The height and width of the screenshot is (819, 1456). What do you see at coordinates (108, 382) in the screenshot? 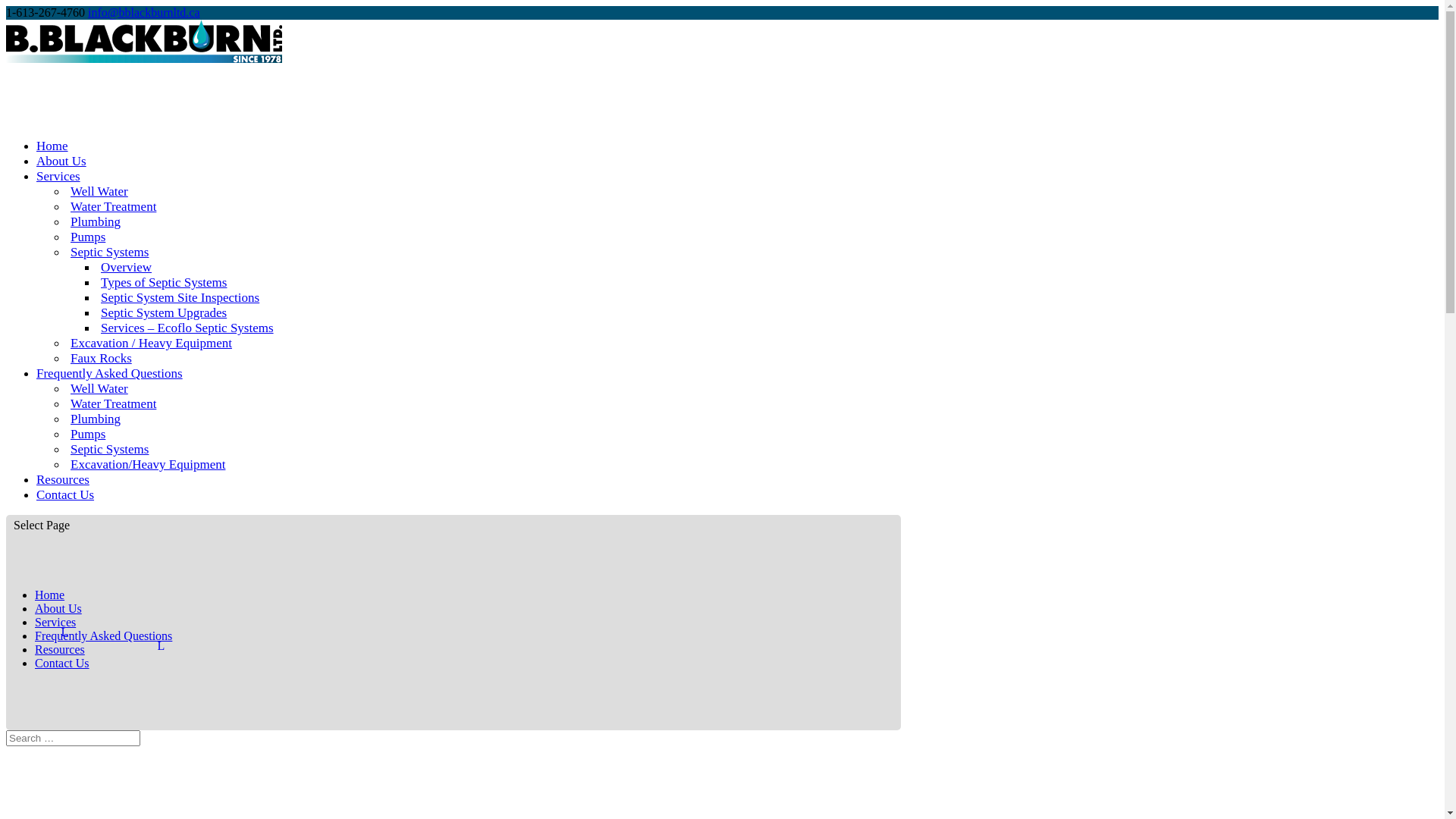
I see `'Frequently Asked Questions'` at bounding box center [108, 382].